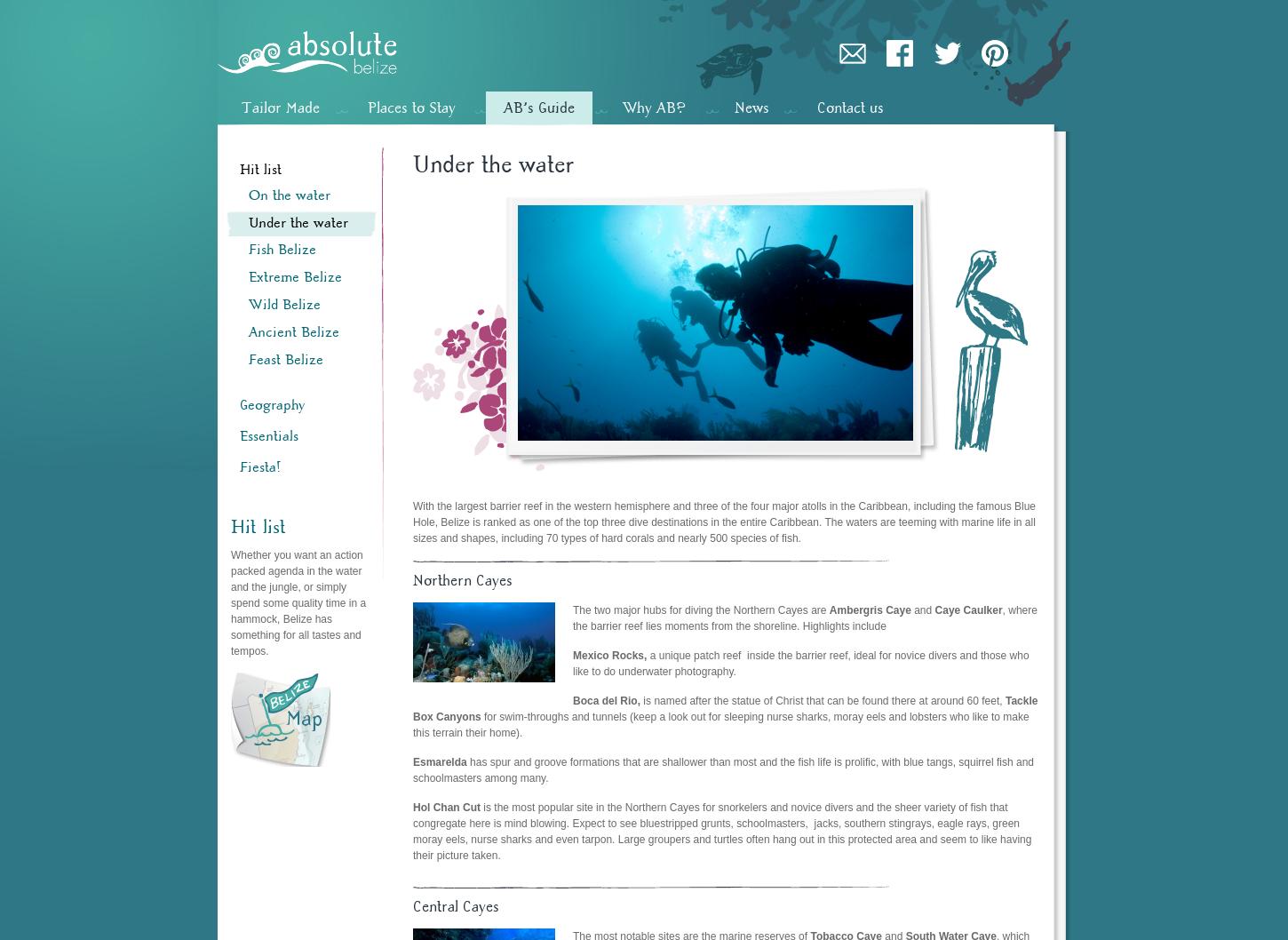 This screenshot has width=1288, height=940. Describe the element at coordinates (298, 601) in the screenshot. I see `'Whether you want an action packed agenda in the water and the jungle, or simply spend some quality time in a hammock, Belize has something for all tastes and tempos.'` at that location.